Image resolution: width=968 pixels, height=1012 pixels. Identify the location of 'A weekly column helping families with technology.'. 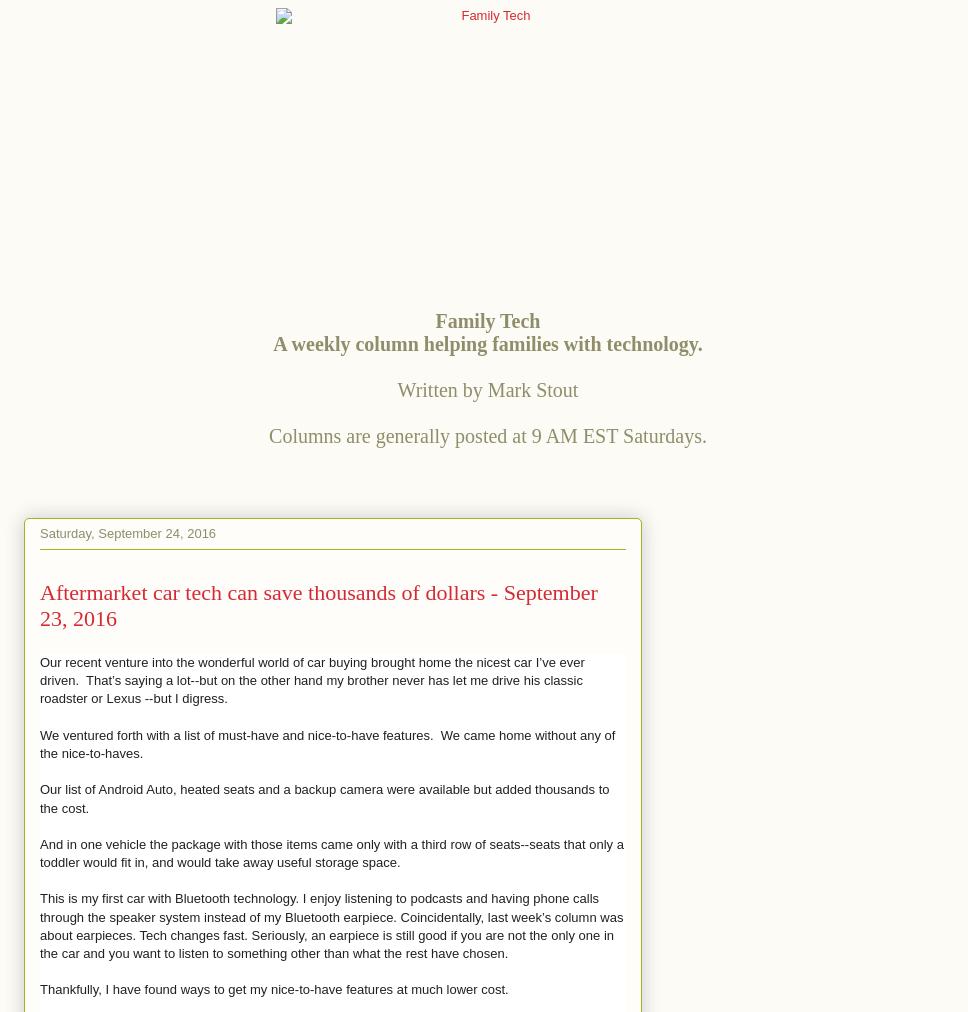
(487, 342).